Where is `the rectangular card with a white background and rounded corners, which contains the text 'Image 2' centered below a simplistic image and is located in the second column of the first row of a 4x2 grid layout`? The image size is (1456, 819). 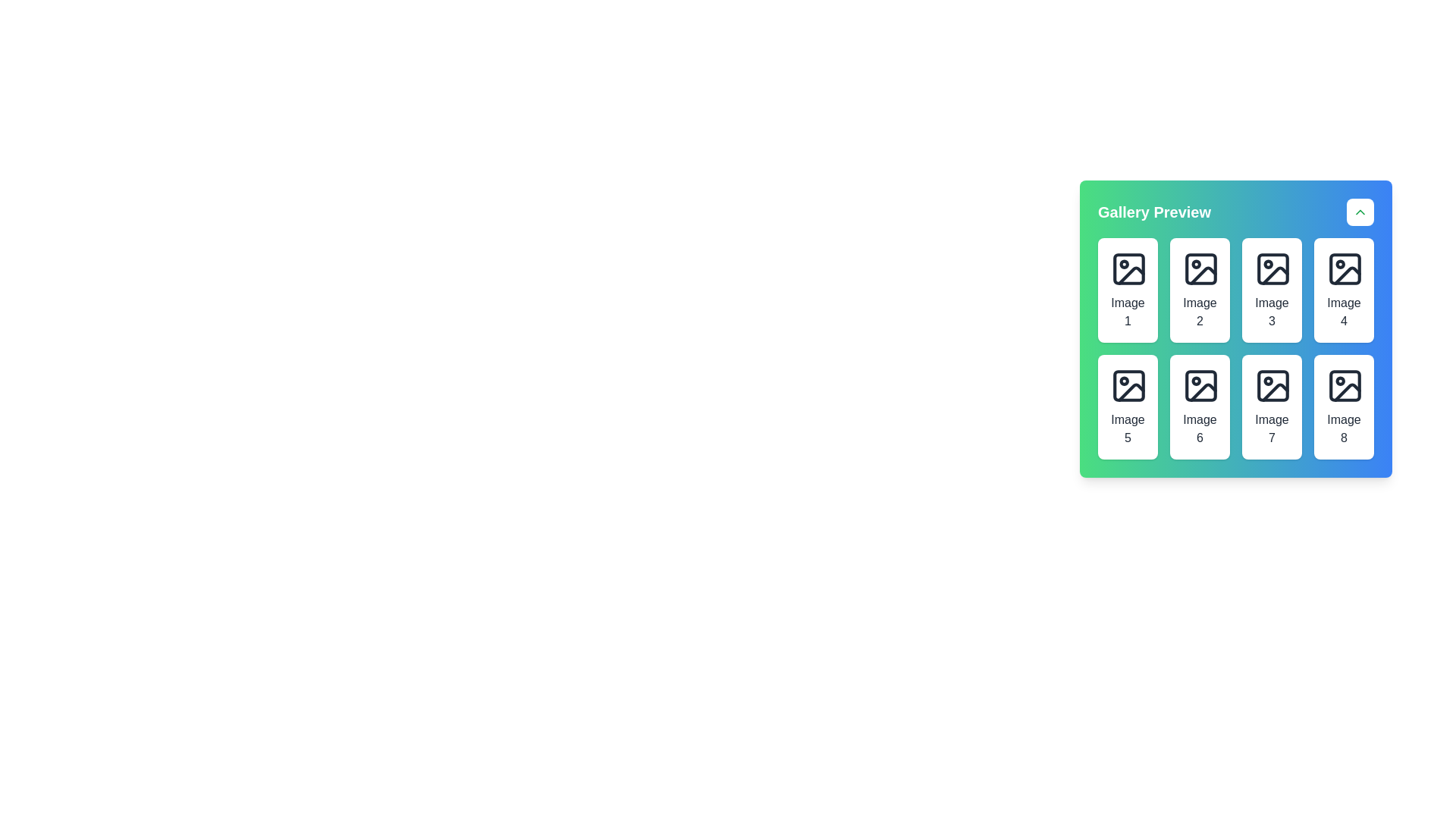 the rectangular card with a white background and rounded corners, which contains the text 'Image 2' centered below a simplistic image and is located in the second column of the first row of a 4x2 grid layout is located at coordinates (1199, 290).